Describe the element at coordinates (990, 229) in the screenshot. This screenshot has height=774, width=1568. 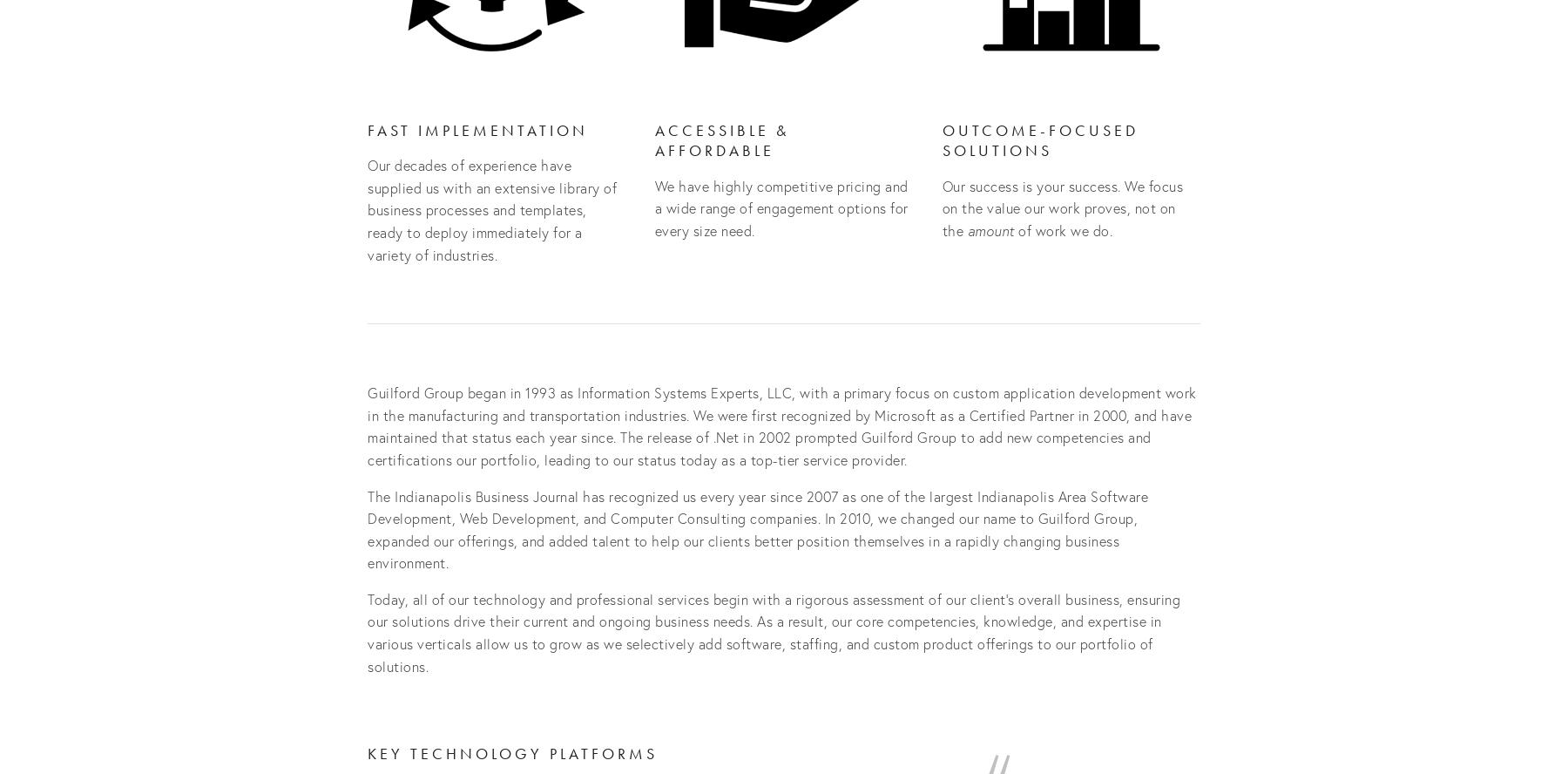
I see `'amount'` at that location.